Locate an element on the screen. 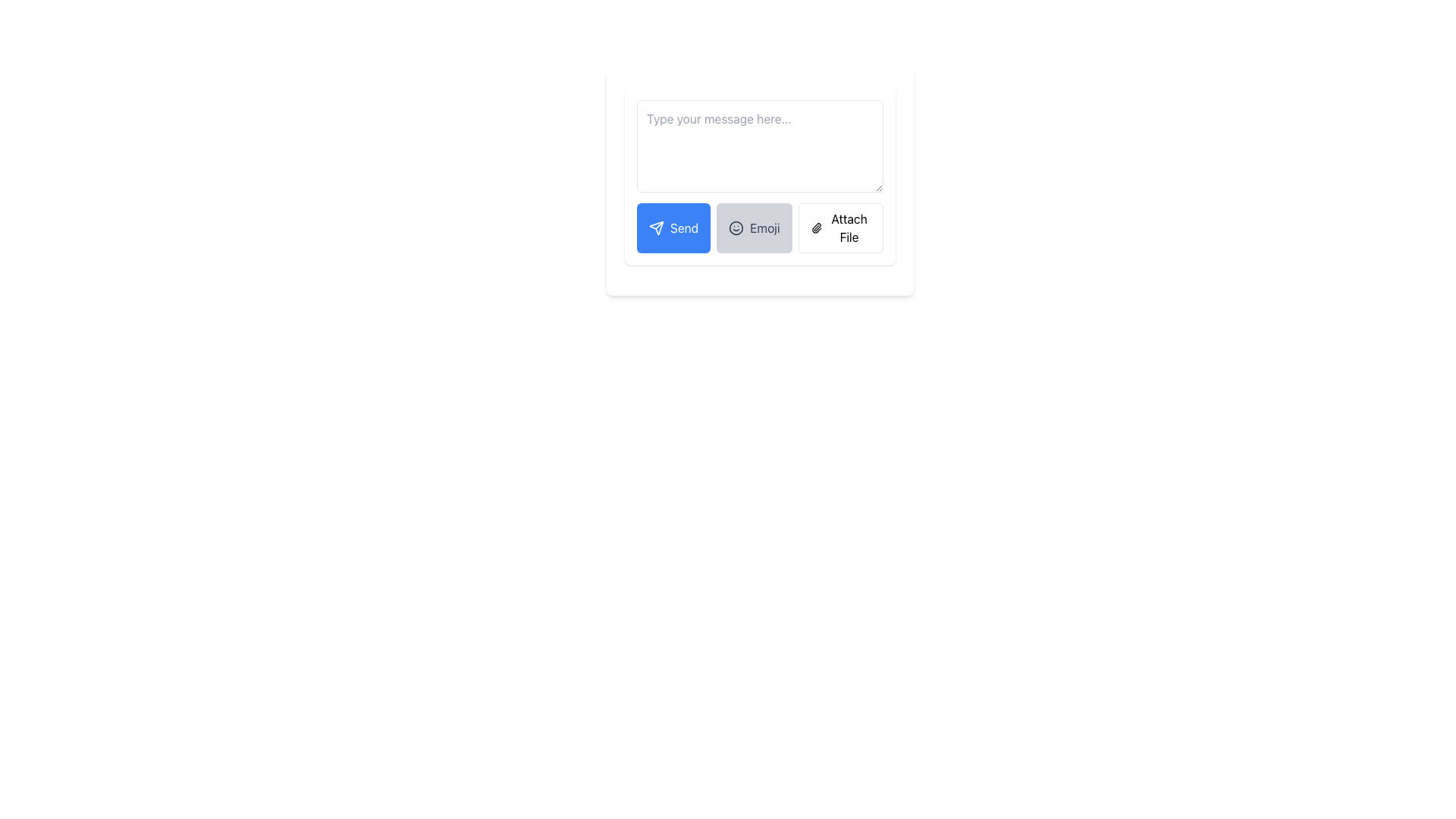 The width and height of the screenshot is (1456, 819). the circular smiley face icon located on the left side of the 'Emoji' button is located at coordinates (736, 227).